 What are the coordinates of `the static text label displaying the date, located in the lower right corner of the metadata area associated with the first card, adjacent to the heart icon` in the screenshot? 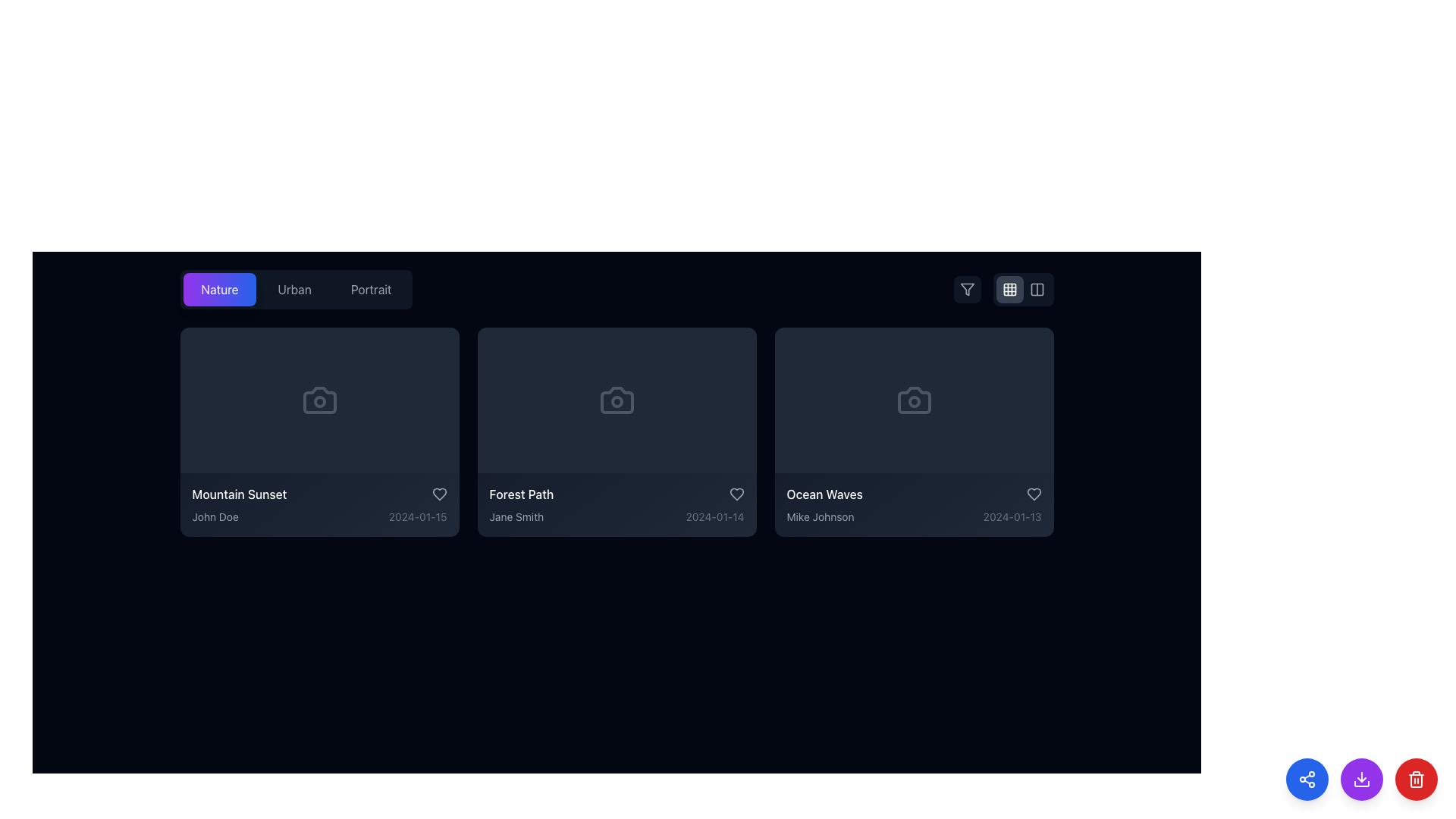 It's located at (418, 516).